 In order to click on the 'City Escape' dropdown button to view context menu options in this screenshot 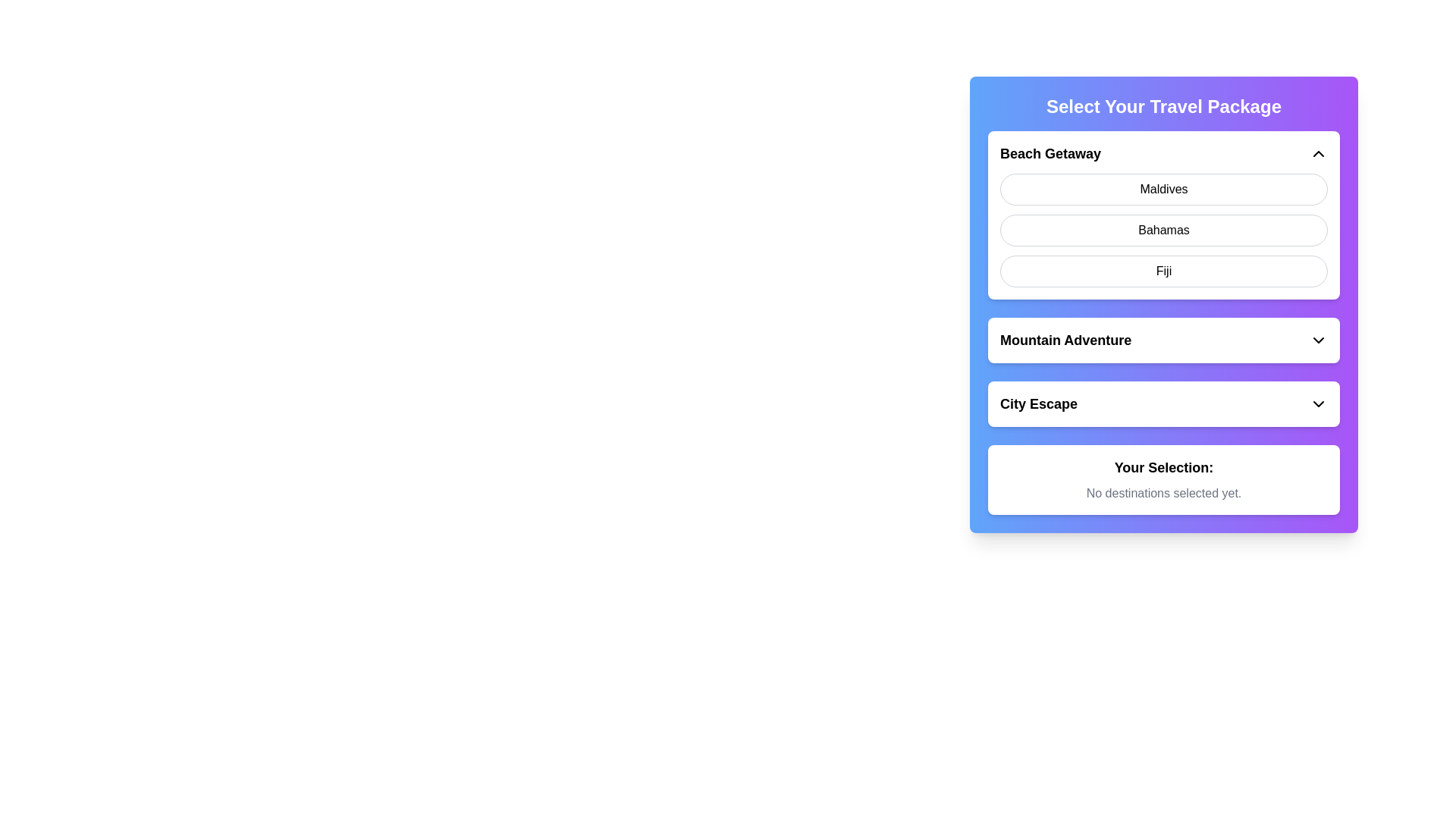, I will do `click(1163, 403)`.